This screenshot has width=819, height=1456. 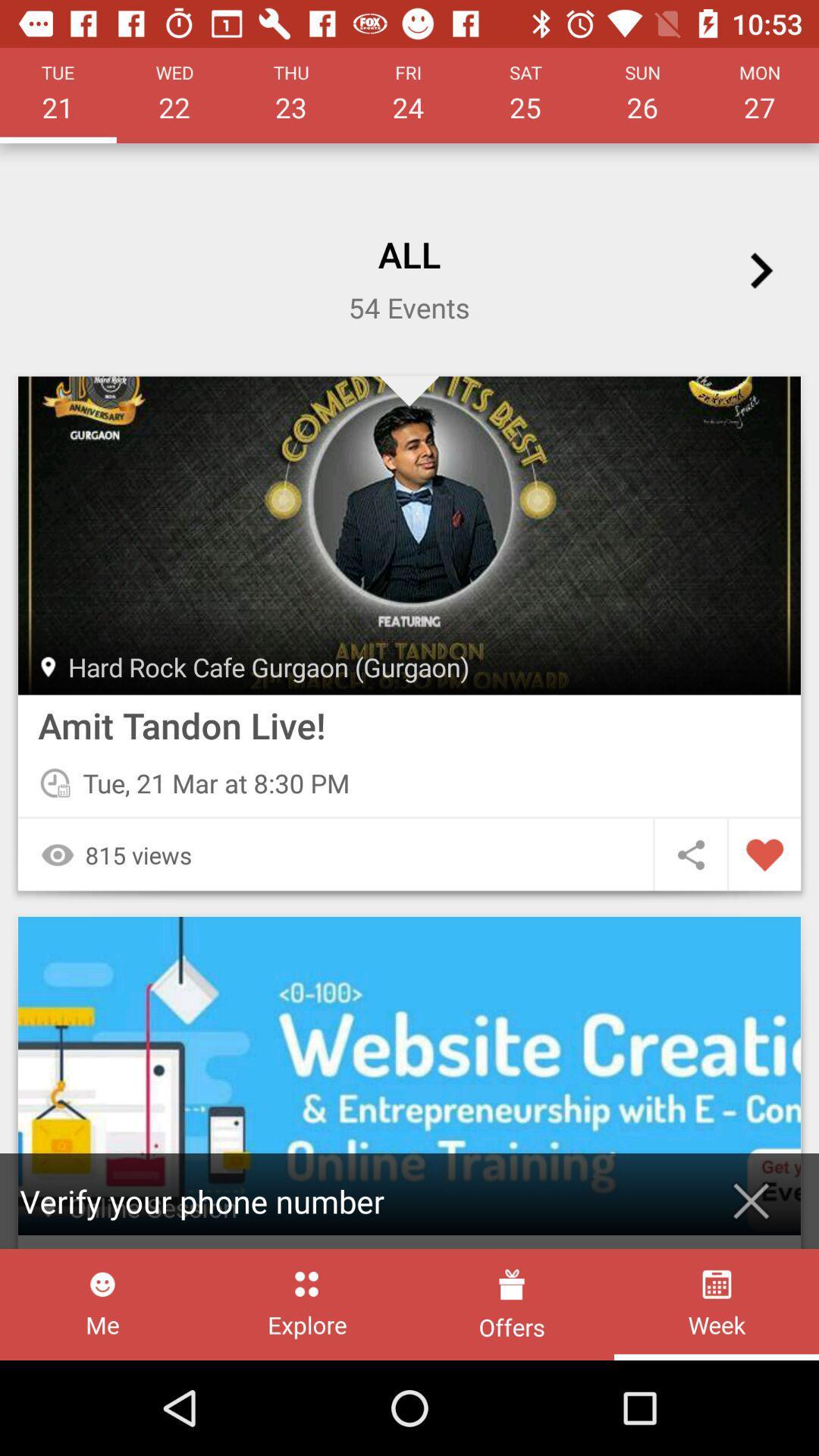 I want to click on the close icon, so click(x=751, y=1200).